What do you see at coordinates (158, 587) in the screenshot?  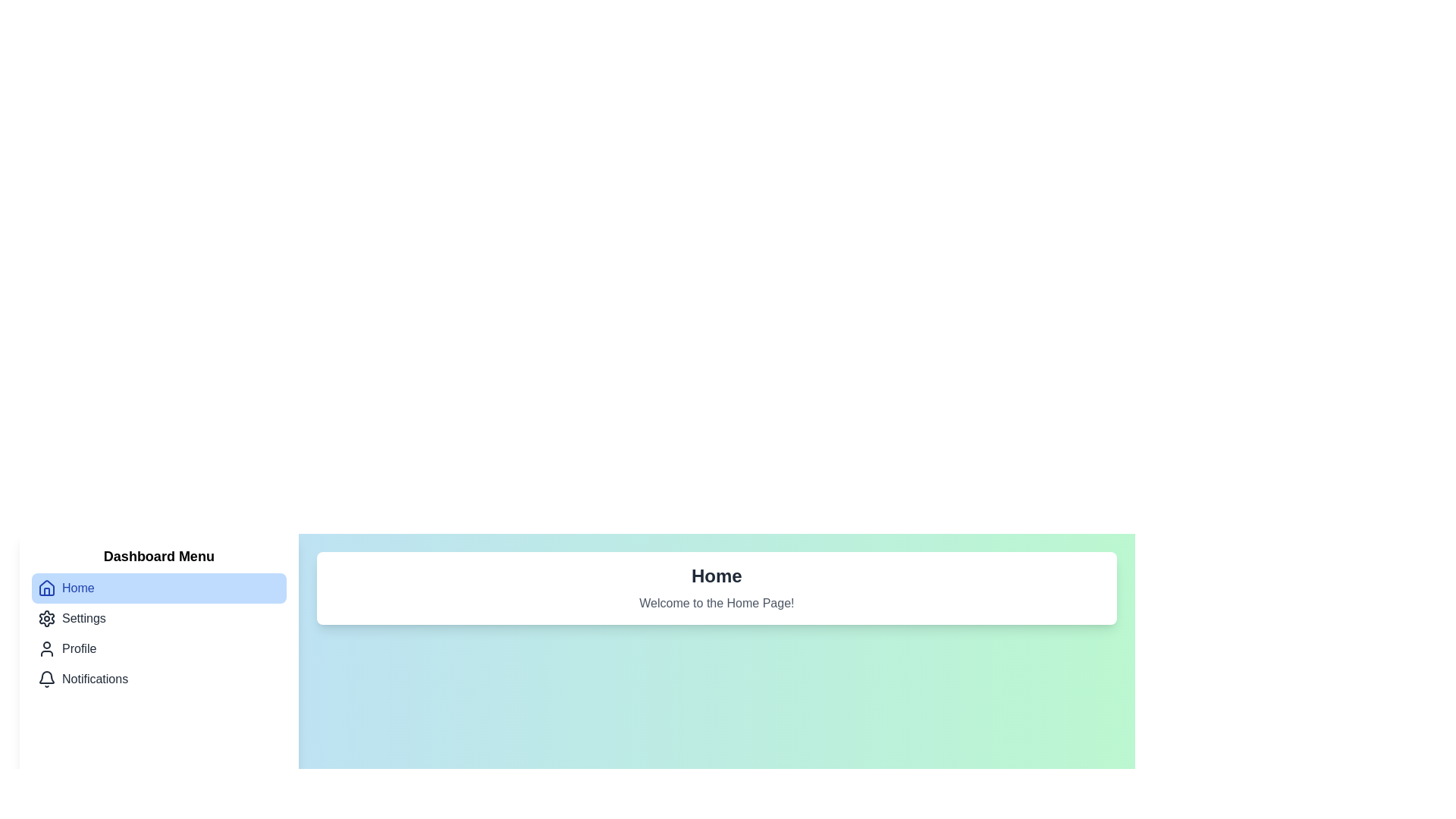 I see `the button corresponding to the selected section Home` at bounding box center [158, 587].